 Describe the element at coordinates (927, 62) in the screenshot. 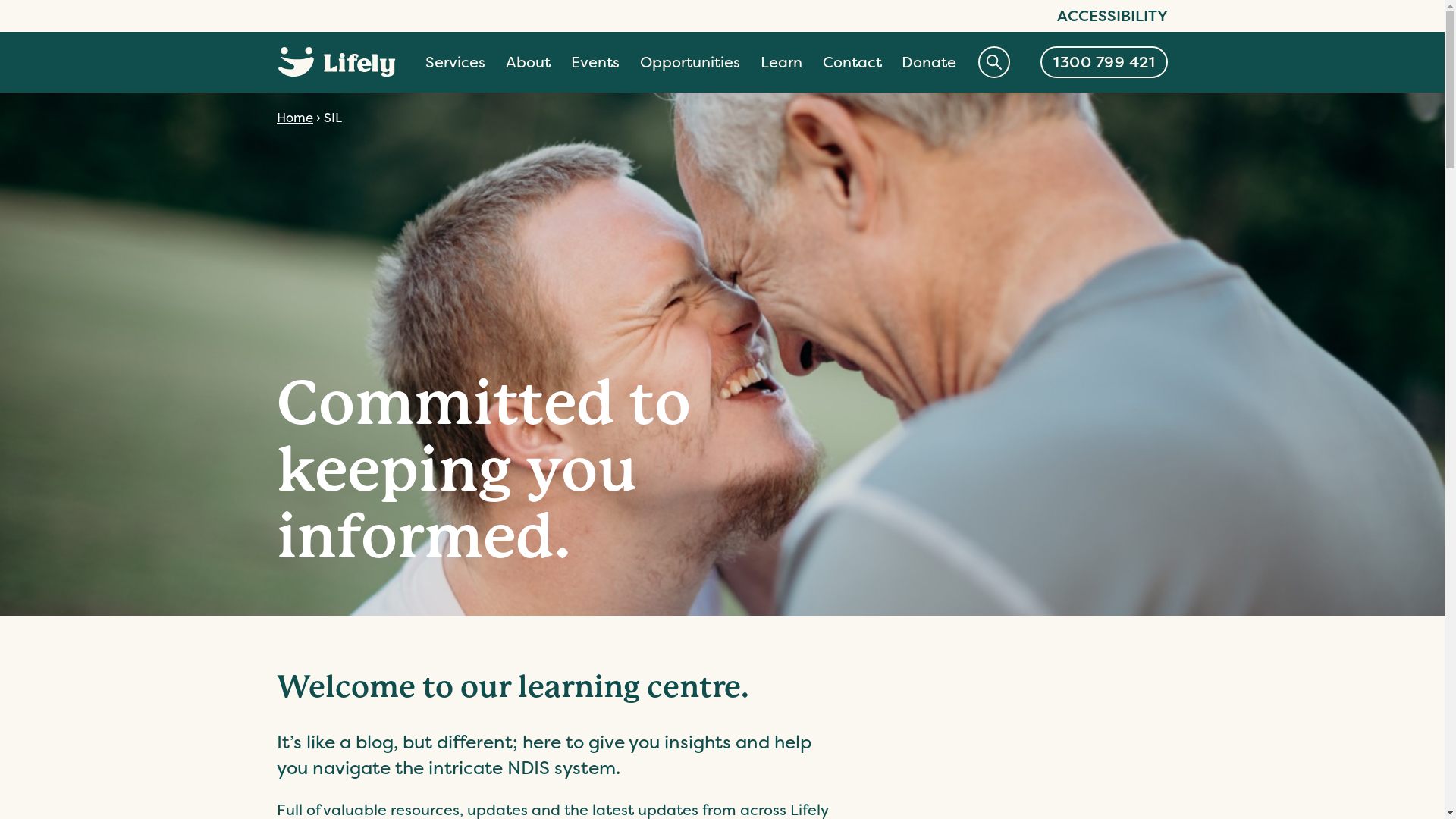

I see `'Donate'` at that location.